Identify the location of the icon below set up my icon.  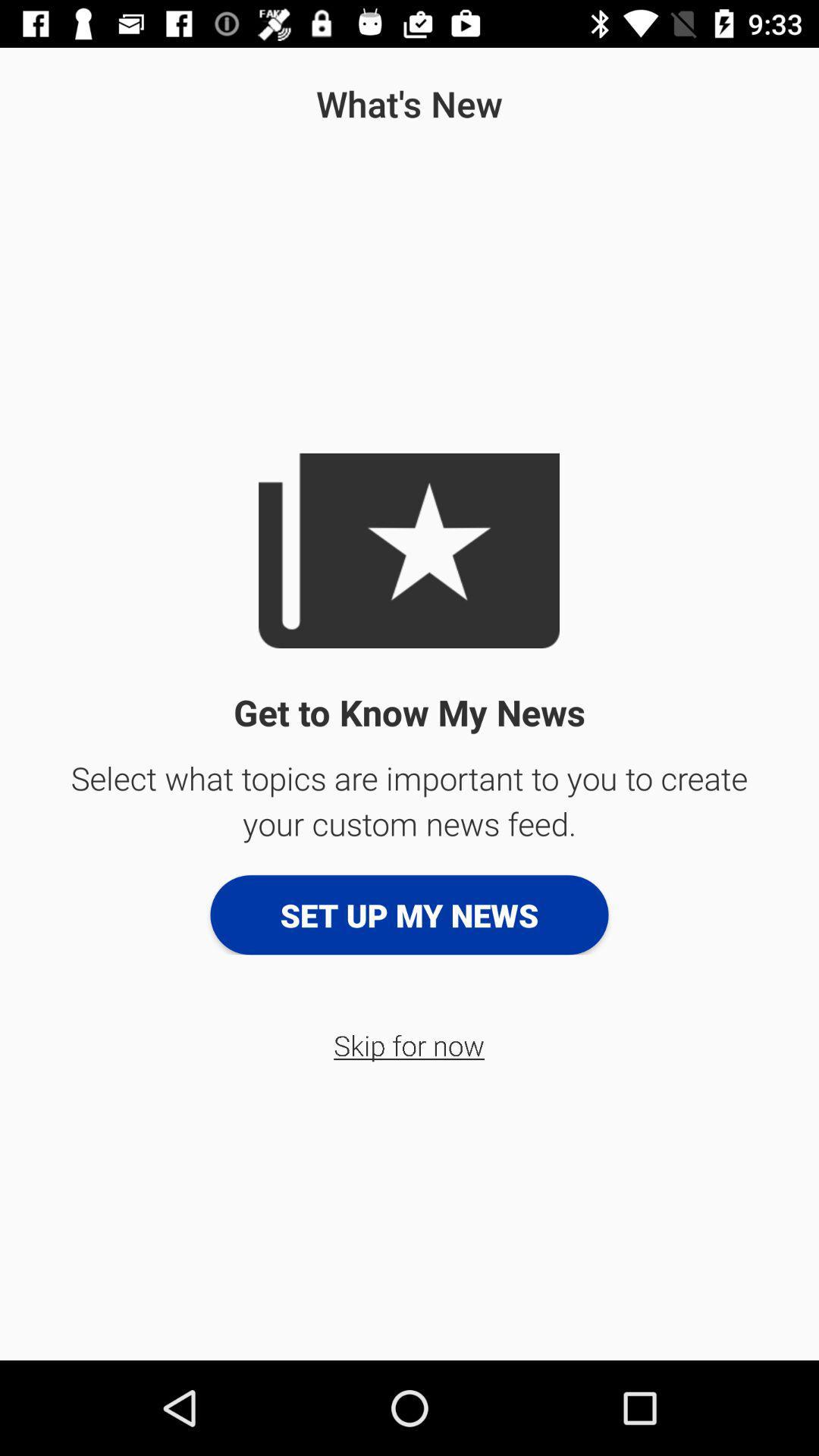
(408, 1044).